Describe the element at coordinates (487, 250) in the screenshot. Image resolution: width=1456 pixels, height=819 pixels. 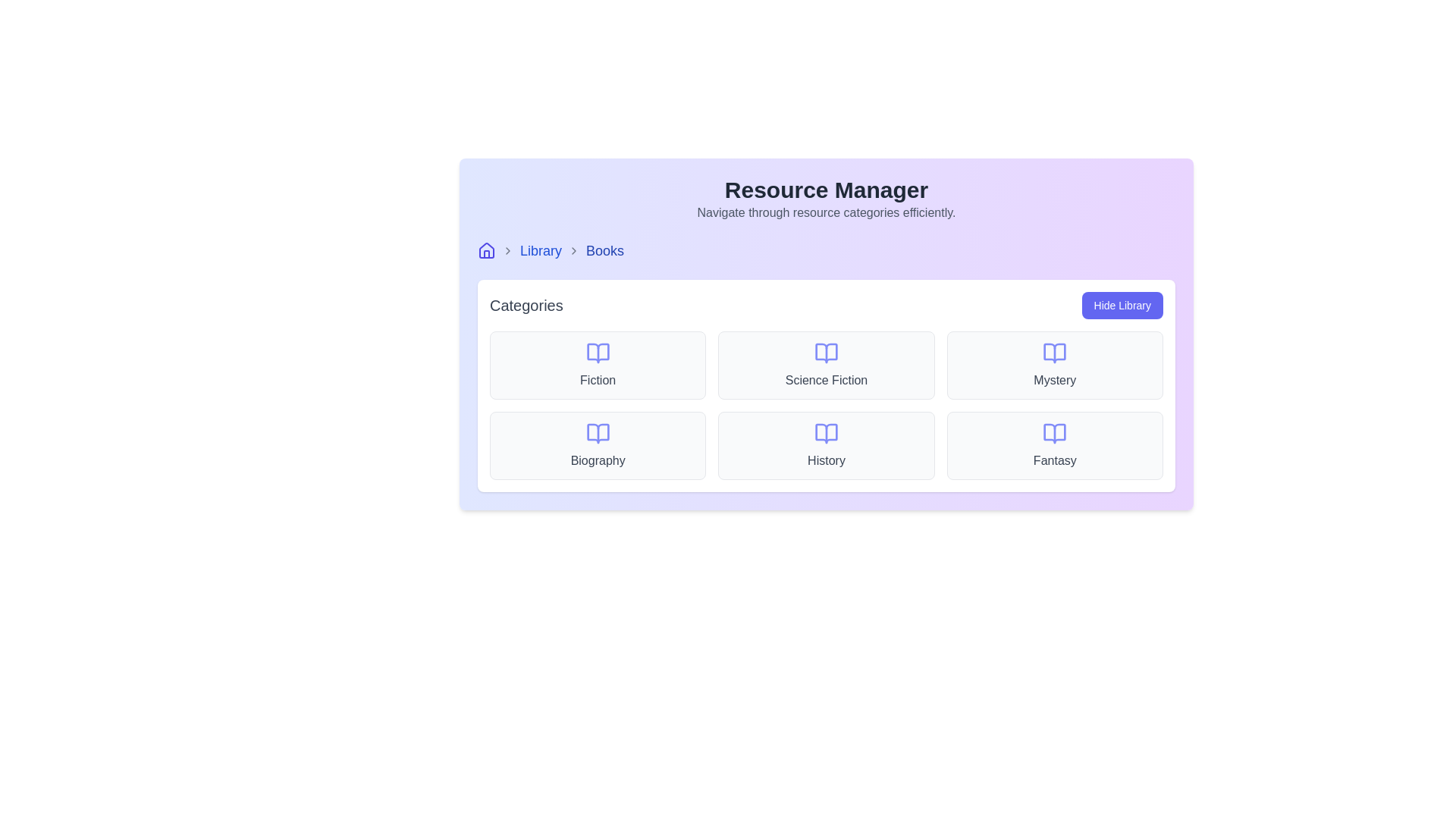
I see `the blue house outline icon located on the far left of the breadcrumb navigation bar` at that location.